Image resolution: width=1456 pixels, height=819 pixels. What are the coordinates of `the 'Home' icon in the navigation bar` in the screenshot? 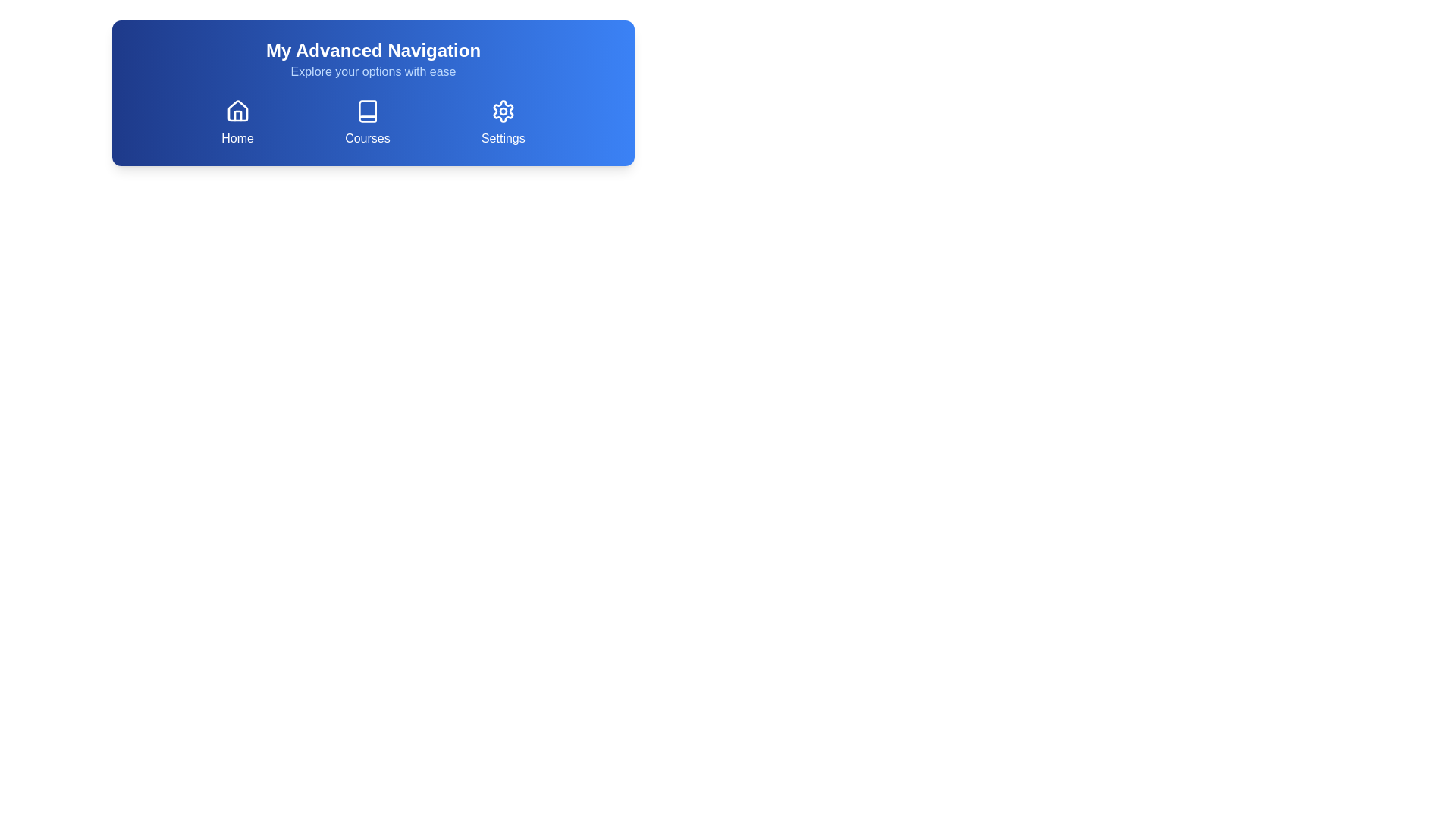 It's located at (237, 110).